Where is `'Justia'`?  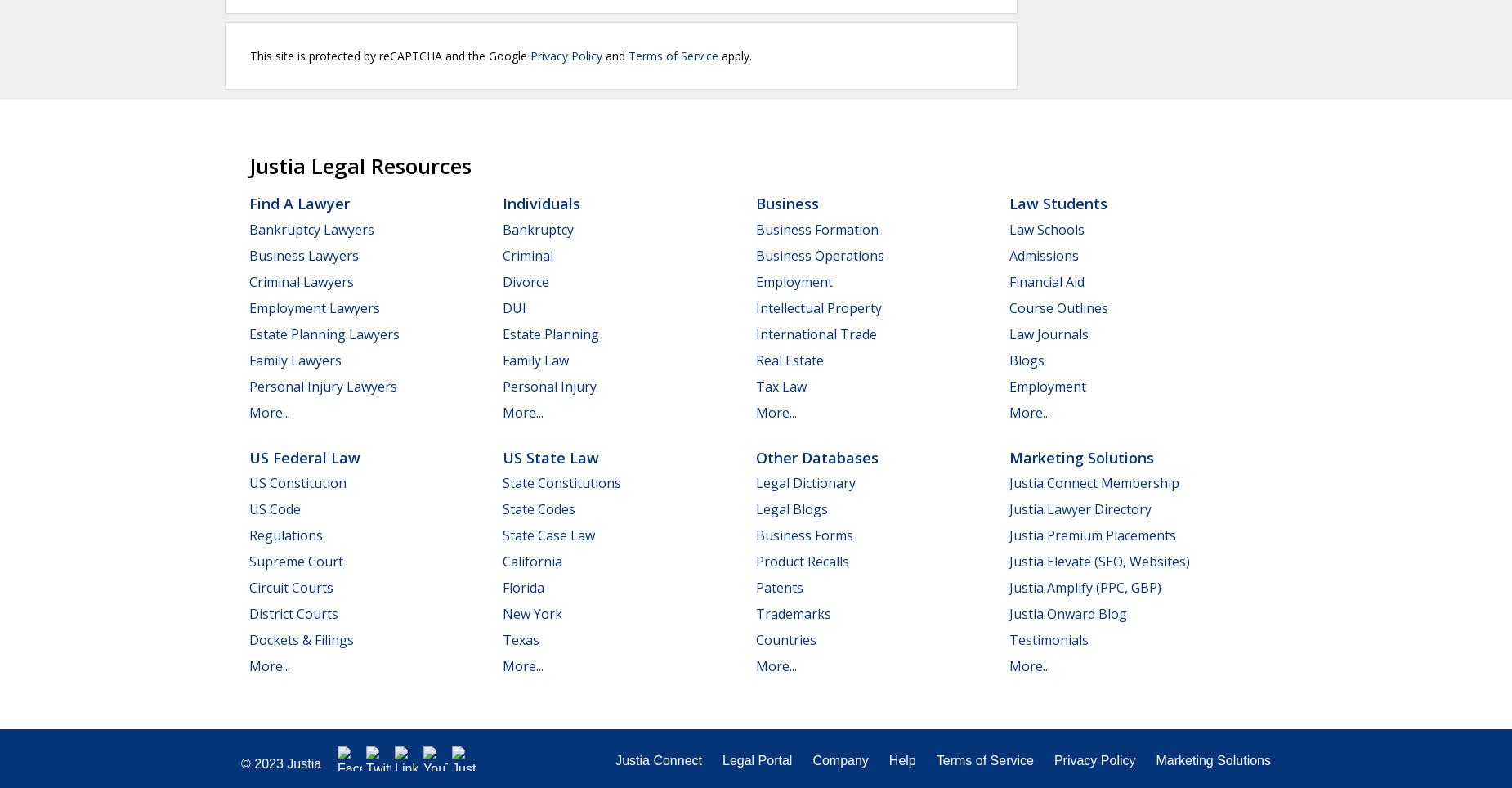
'Justia' is located at coordinates (303, 763).